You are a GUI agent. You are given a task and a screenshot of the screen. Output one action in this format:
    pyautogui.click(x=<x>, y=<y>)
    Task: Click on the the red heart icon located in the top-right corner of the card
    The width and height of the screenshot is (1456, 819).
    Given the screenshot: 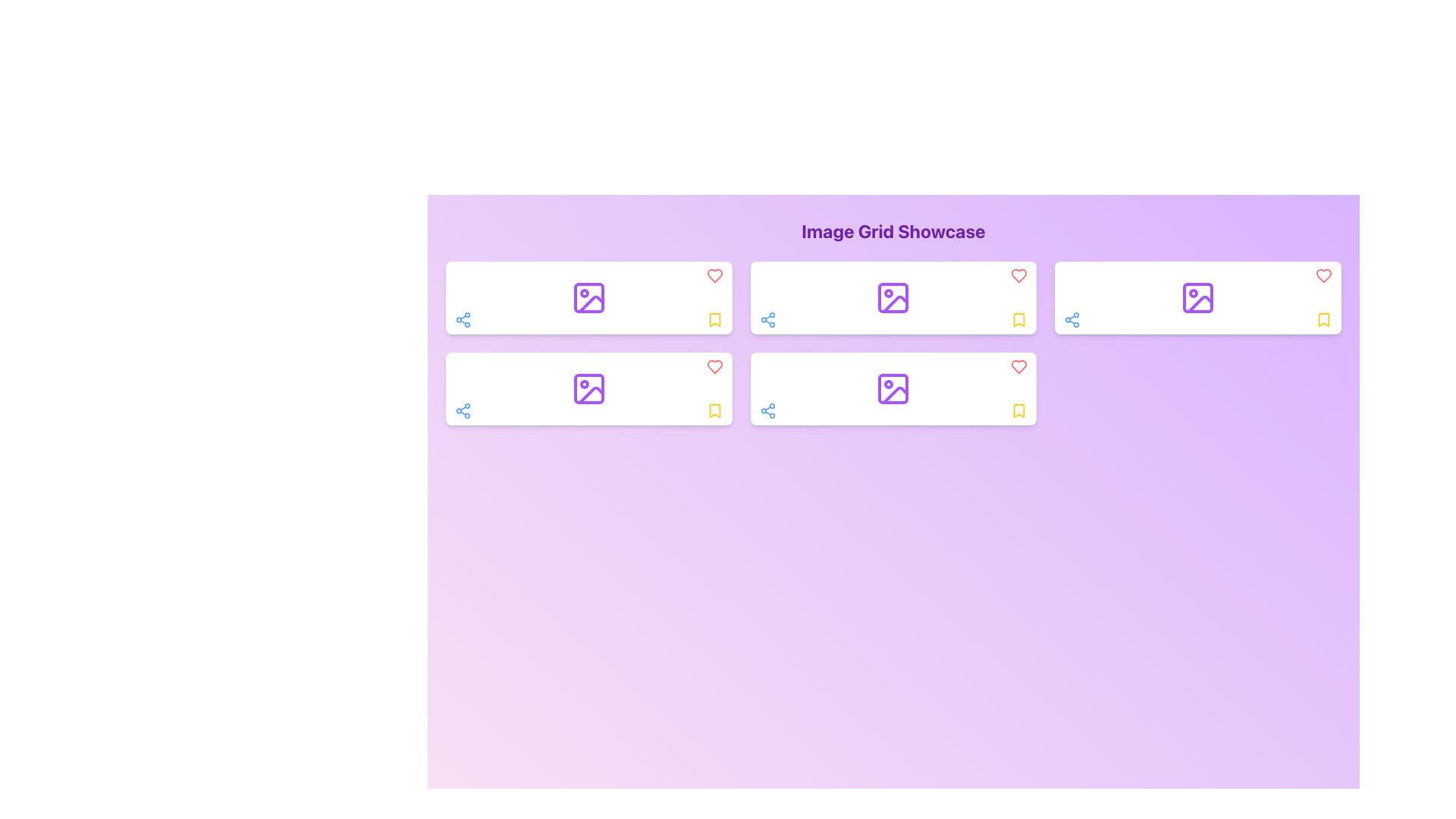 What is the action you would take?
    pyautogui.click(x=1019, y=275)
    